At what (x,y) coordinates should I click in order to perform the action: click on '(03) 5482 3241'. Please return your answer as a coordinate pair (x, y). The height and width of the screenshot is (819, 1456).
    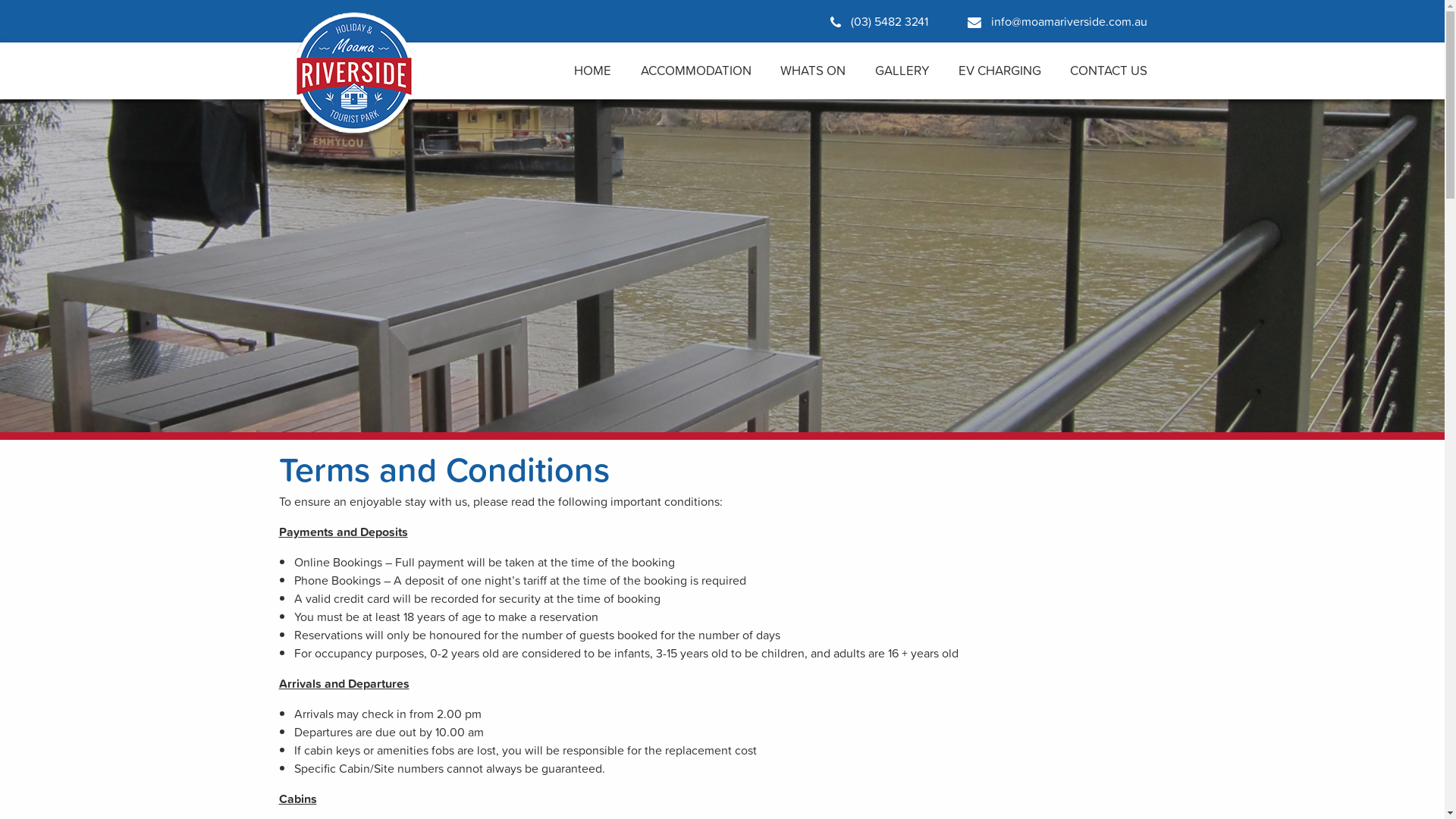
    Looking at the image, I should click on (878, 20).